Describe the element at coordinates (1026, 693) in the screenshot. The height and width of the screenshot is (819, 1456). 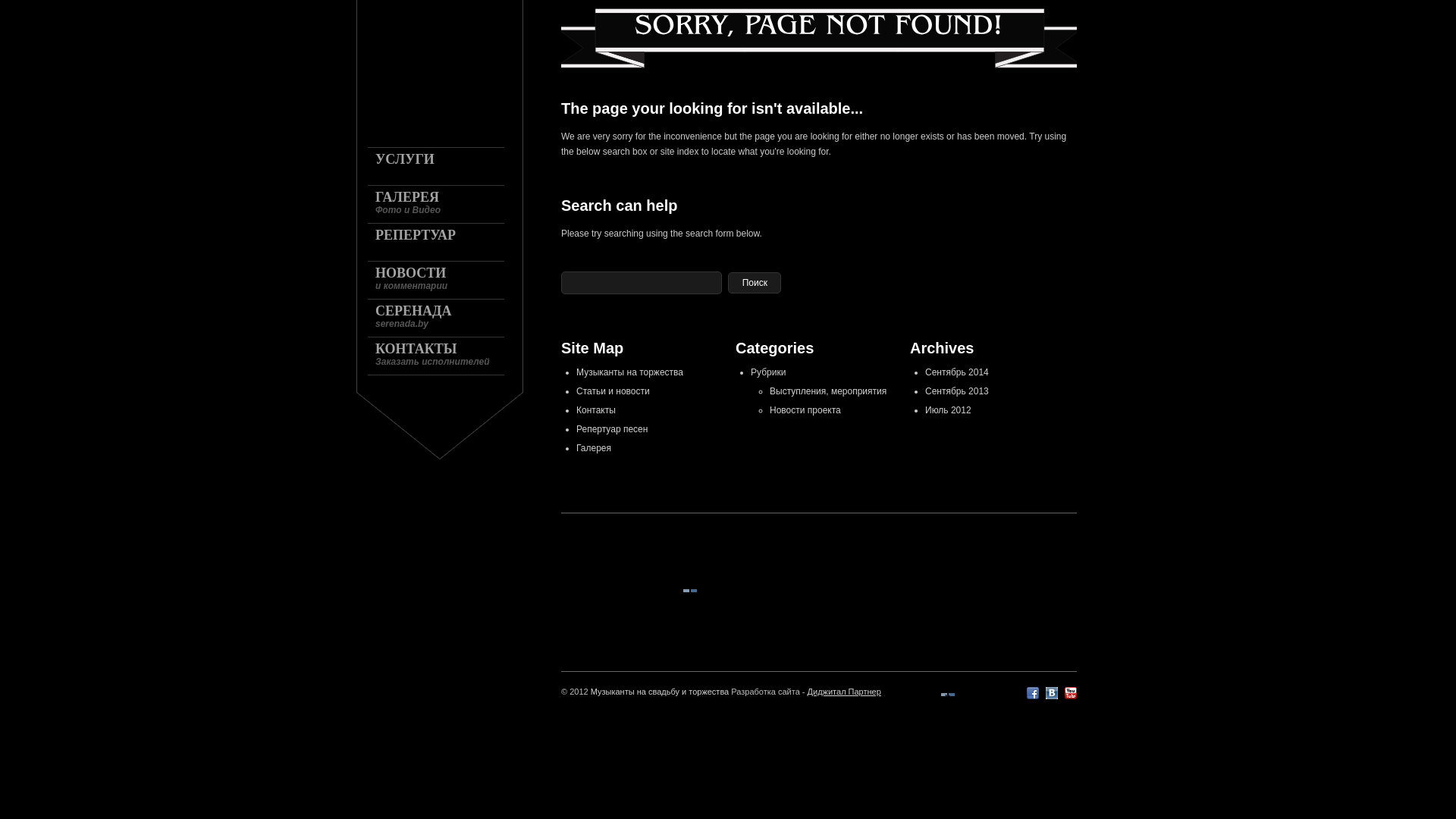
I see `'Facebook'` at that location.